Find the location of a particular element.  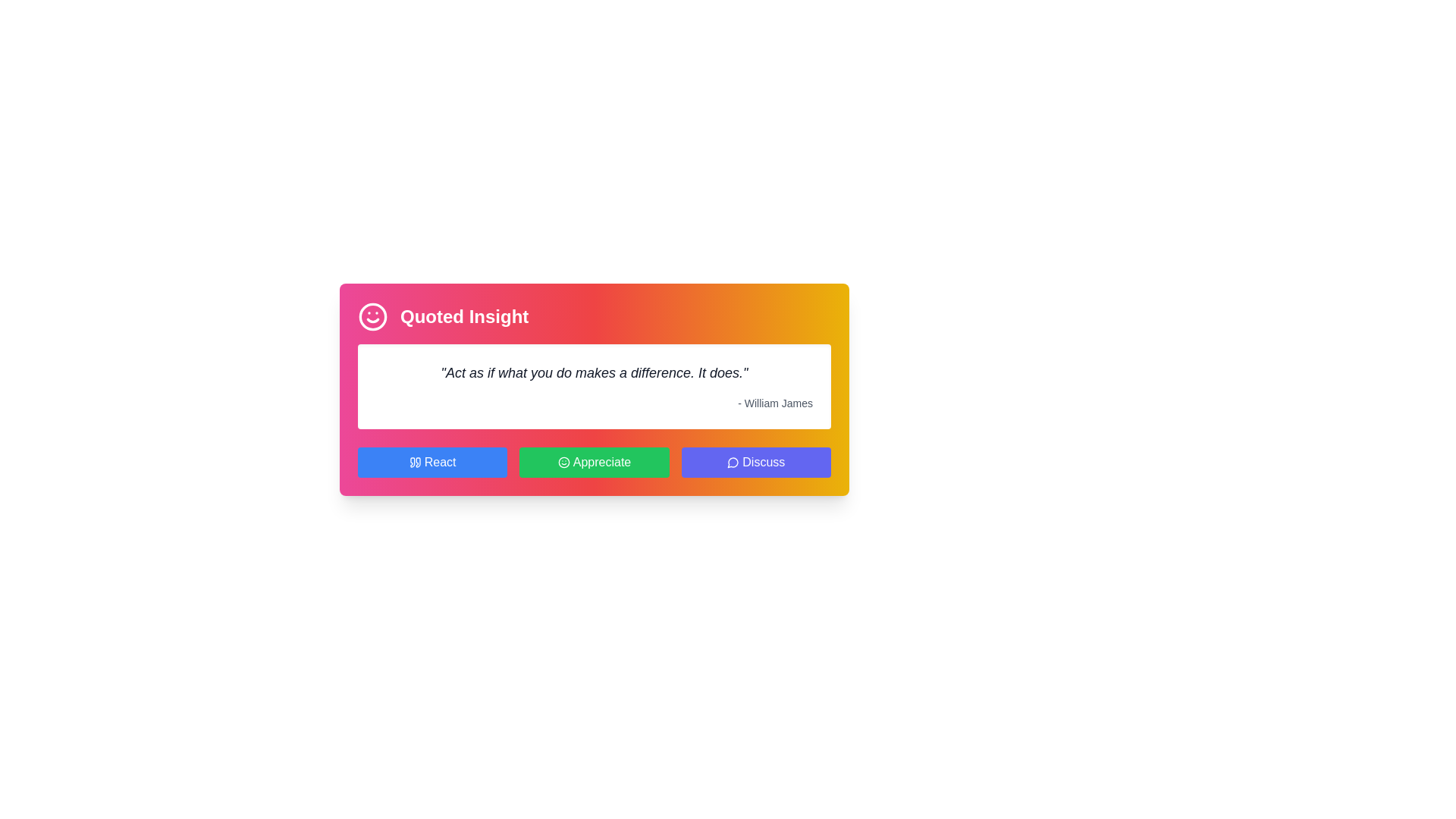

the leftmost blue button labeled 'React' with rounded corners is located at coordinates (431, 461).